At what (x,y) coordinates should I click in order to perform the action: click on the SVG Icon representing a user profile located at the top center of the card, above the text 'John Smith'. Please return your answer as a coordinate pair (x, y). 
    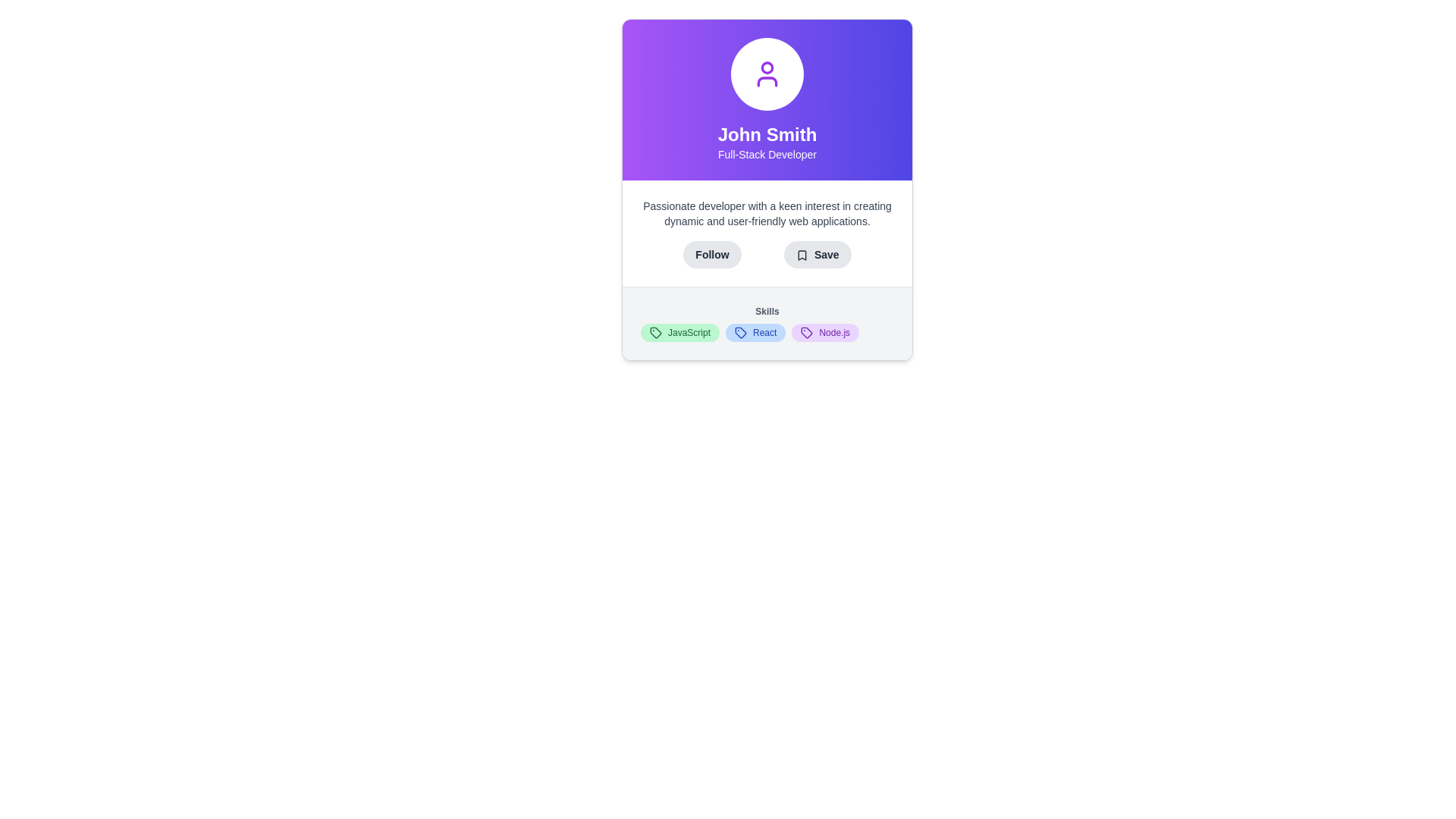
    Looking at the image, I should click on (767, 74).